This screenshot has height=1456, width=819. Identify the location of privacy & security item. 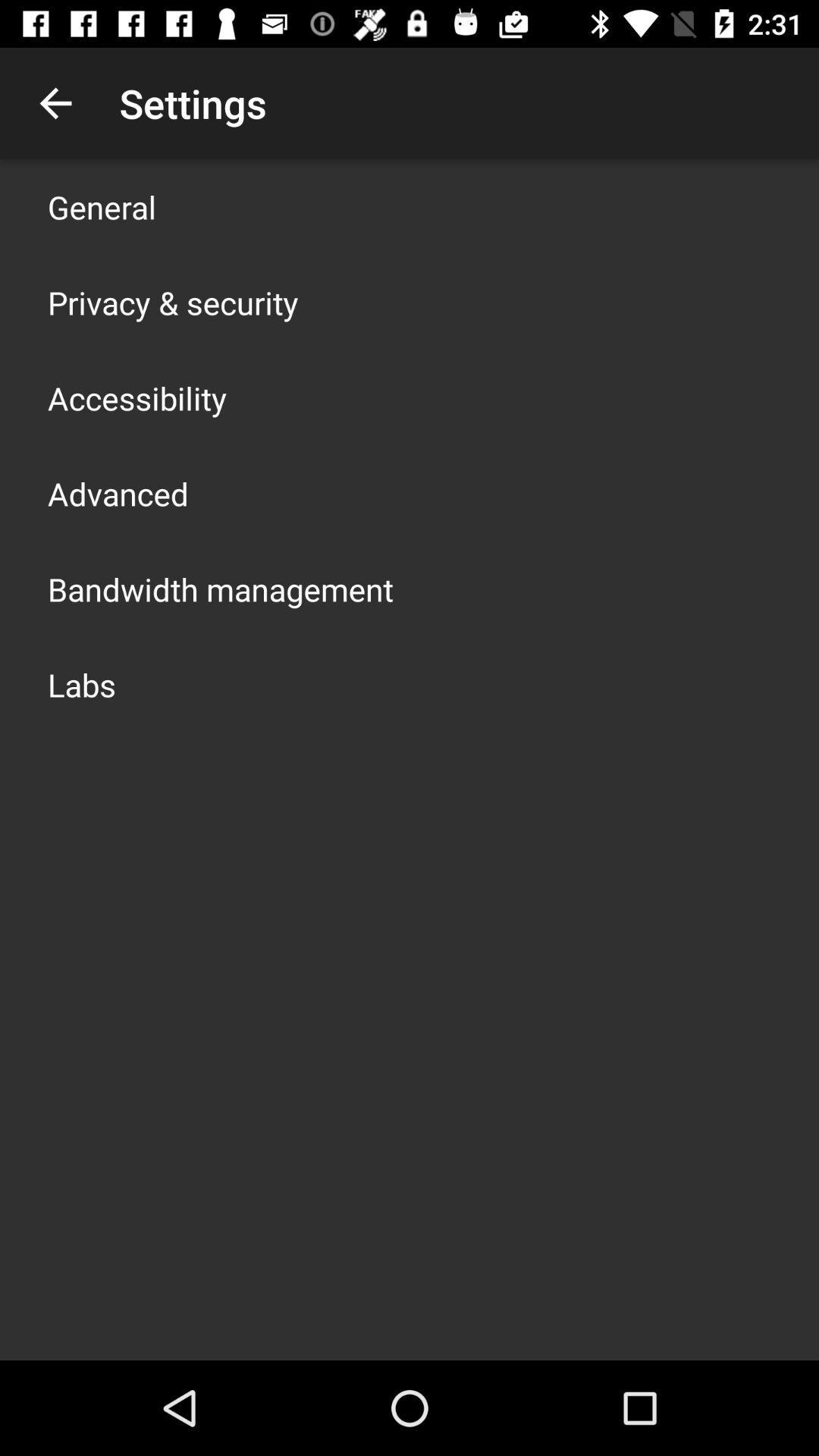
(172, 302).